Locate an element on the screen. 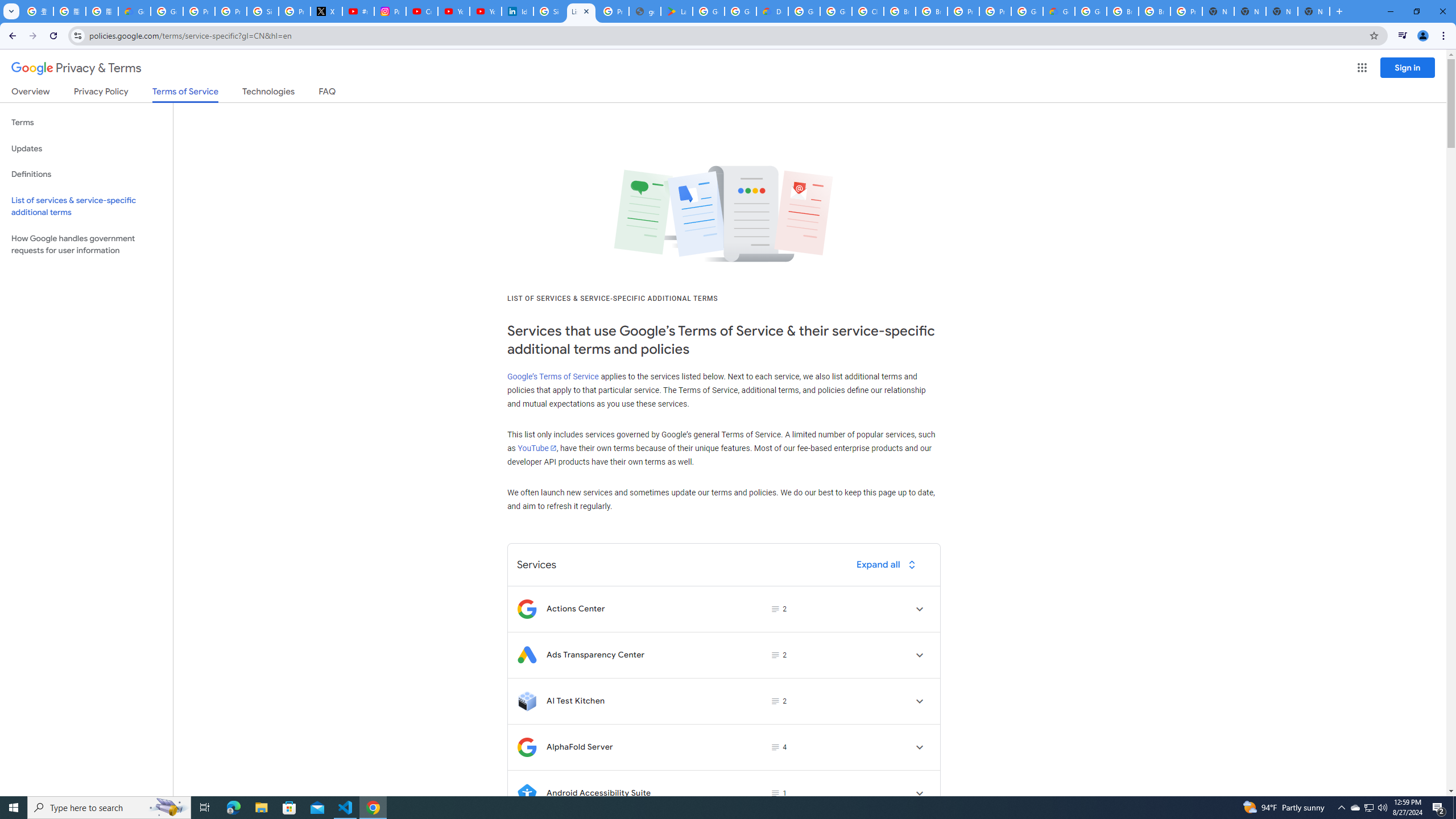 Image resolution: width=1456 pixels, height=819 pixels. 'Logo for Actions Center' is located at coordinates (526, 608).